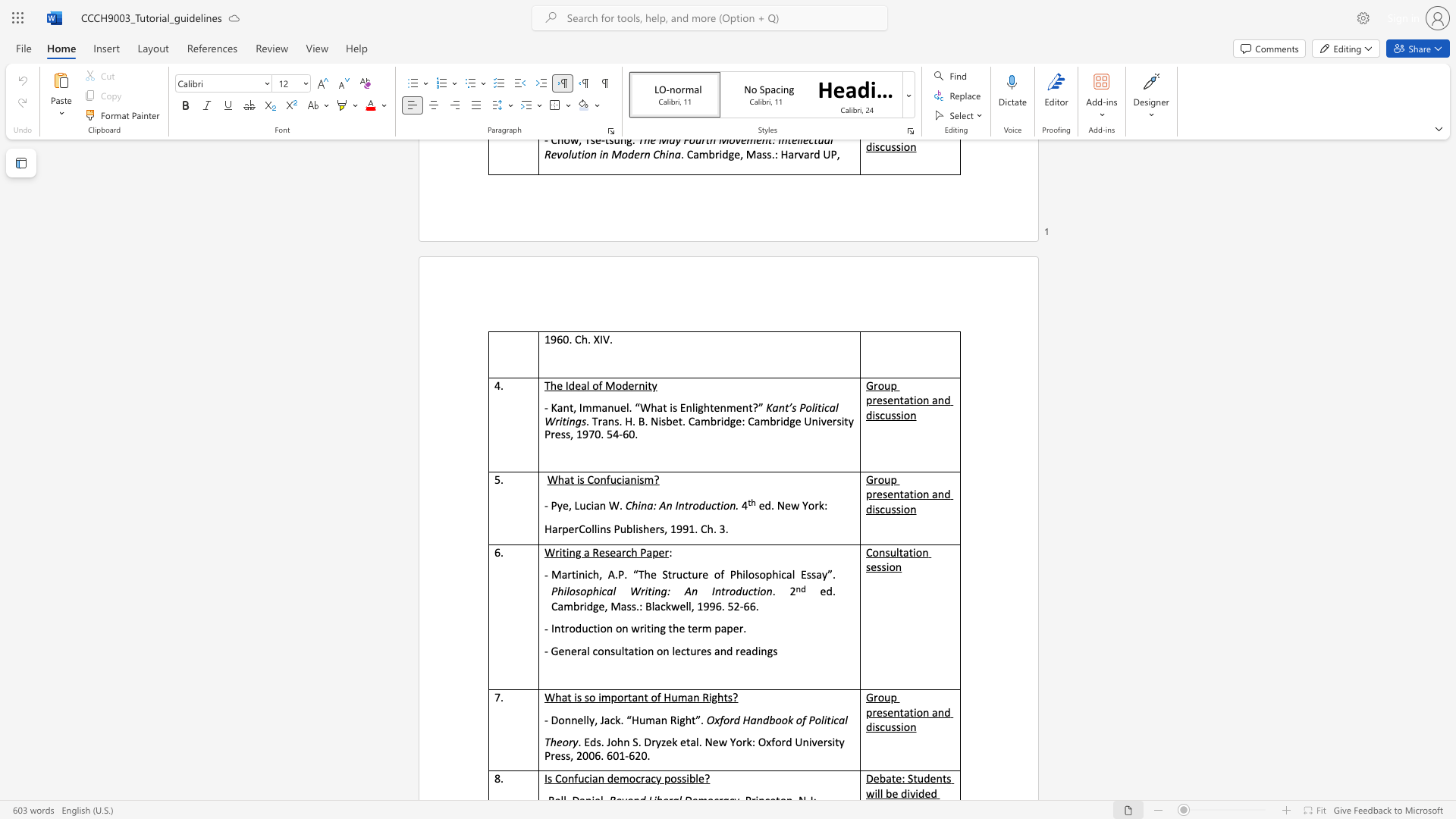 The height and width of the screenshot is (819, 1456). What do you see at coordinates (644, 628) in the screenshot?
I see `the subset text "iting the term pa" within the text "Introduction on writing the term paper."` at bounding box center [644, 628].